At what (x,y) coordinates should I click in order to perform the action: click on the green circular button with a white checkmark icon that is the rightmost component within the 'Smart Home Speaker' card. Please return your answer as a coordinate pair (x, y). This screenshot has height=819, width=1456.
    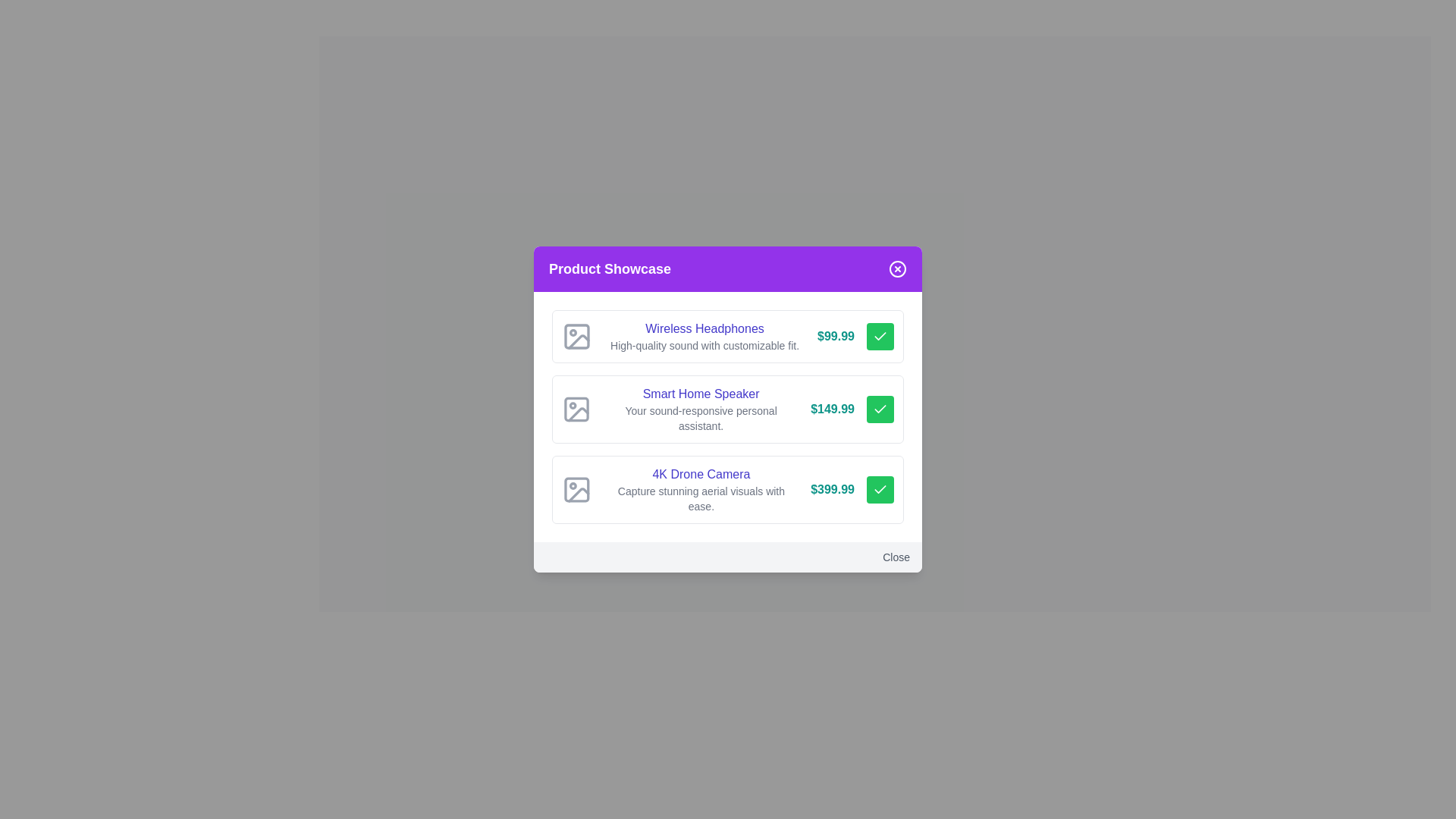
    Looking at the image, I should click on (880, 409).